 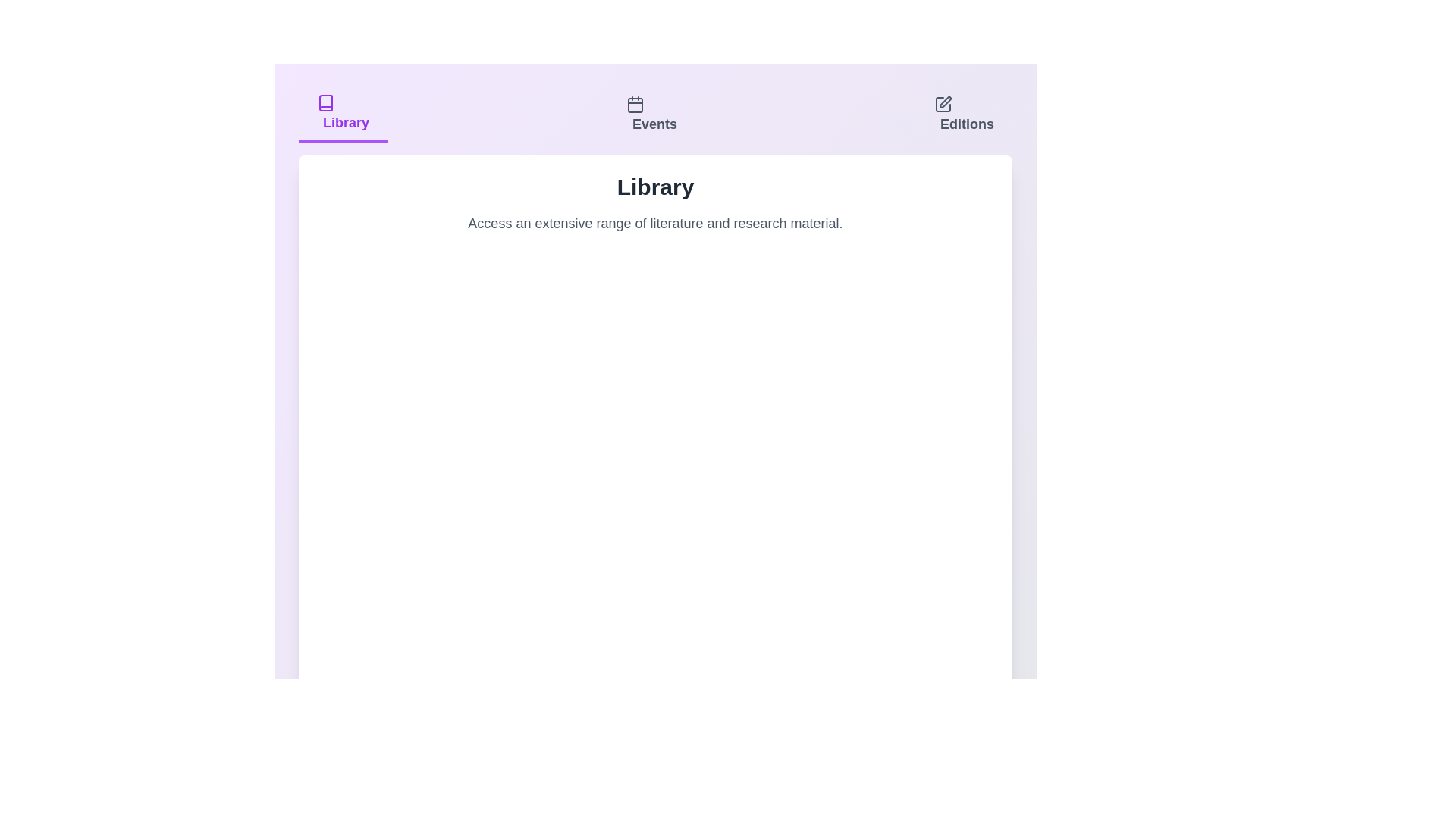 What do you see at coordinates (651, 114) in the screenshot?
I see `the Events tab to change the active tab` at bounding box center [651, 114].